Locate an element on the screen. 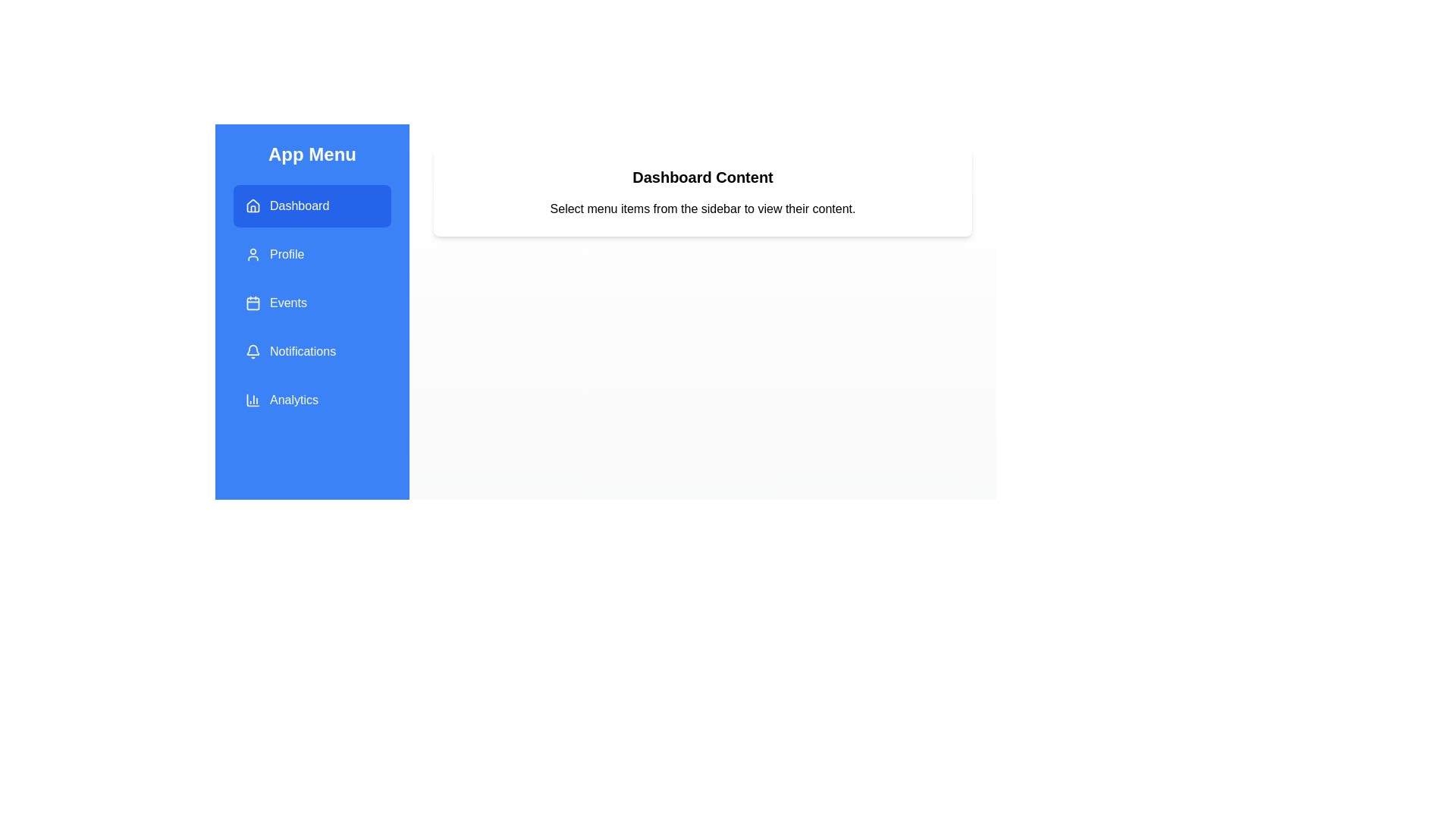  the menu item Profile from the sidebar is located at coordinates (312, 253).